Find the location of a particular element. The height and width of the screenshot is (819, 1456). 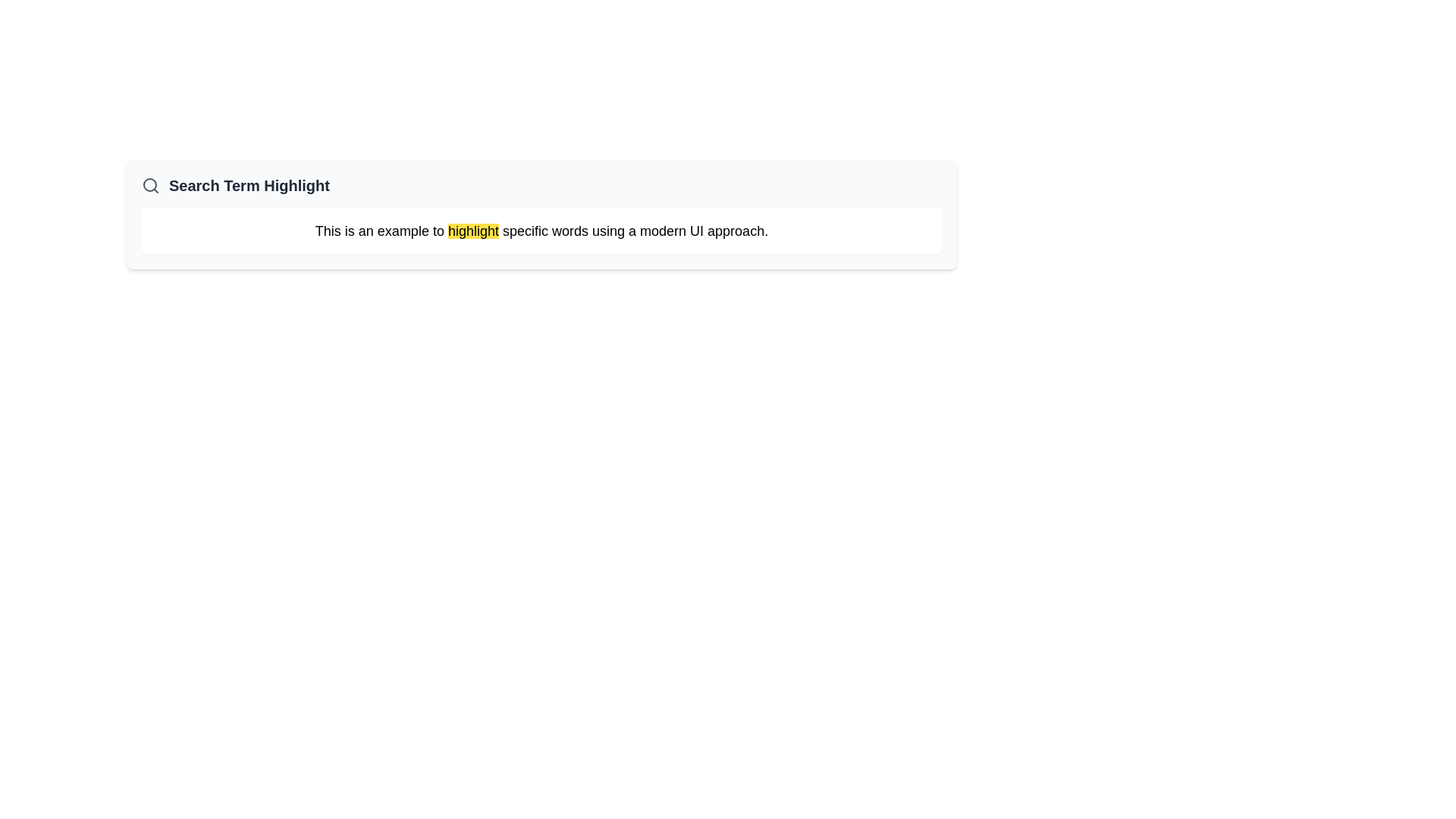

the text 'highlight' is located at coordinates (472, 231).